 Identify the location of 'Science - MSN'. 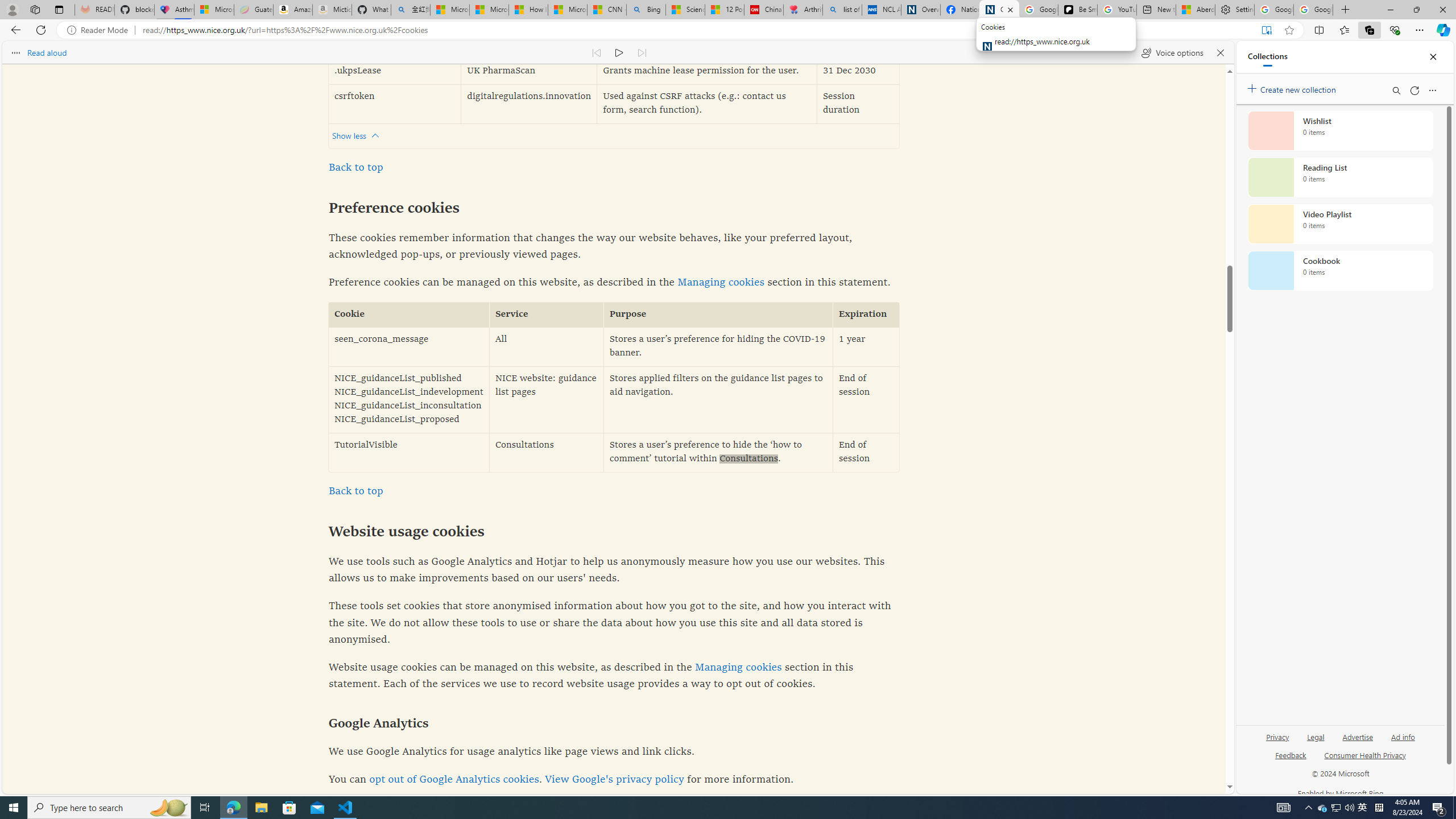
(685, 9).